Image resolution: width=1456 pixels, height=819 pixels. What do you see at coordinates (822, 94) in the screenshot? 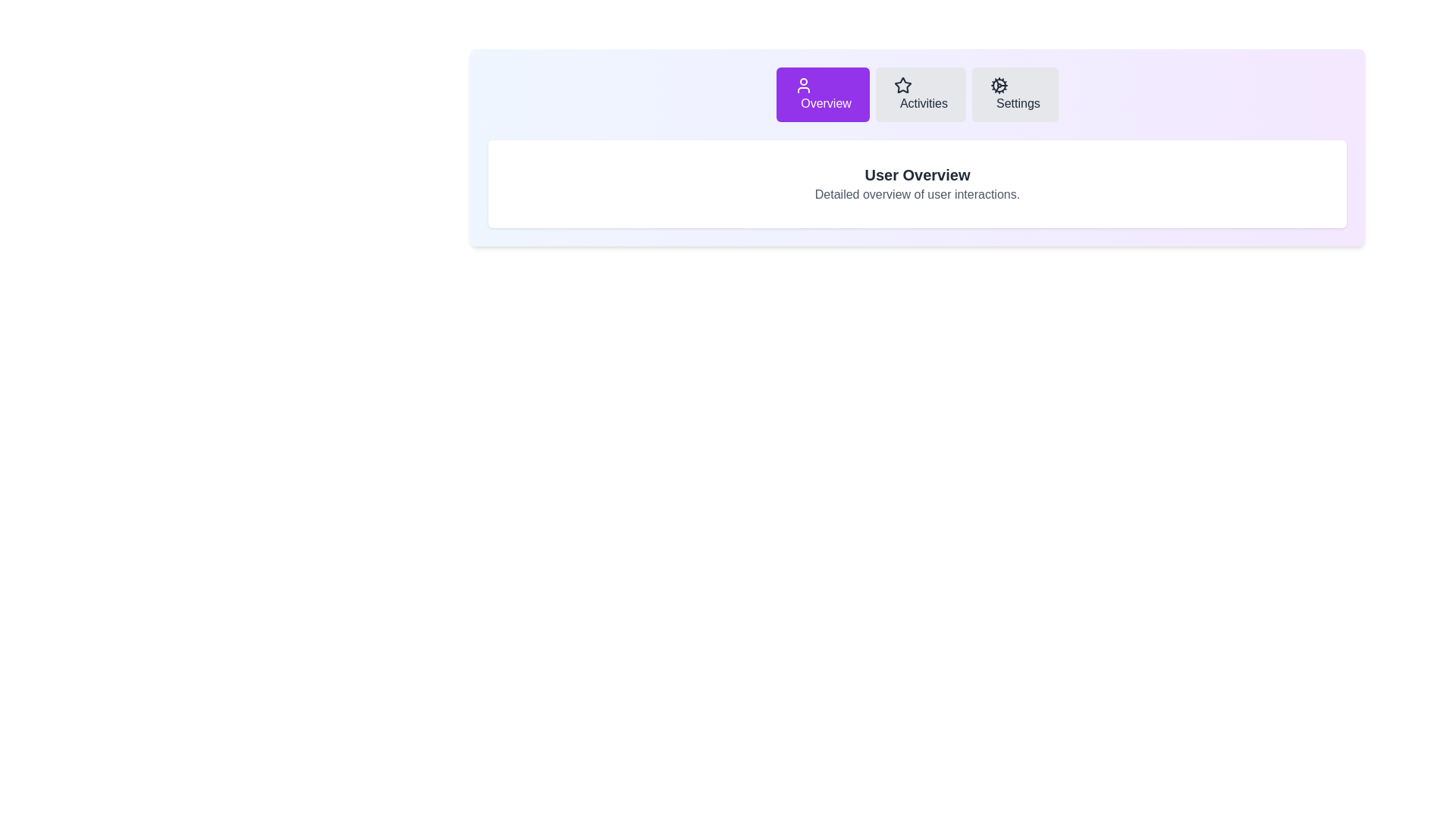
I see `the navigation button located at the leftmost part of the navigation bar` at bounding box center [822, 94].